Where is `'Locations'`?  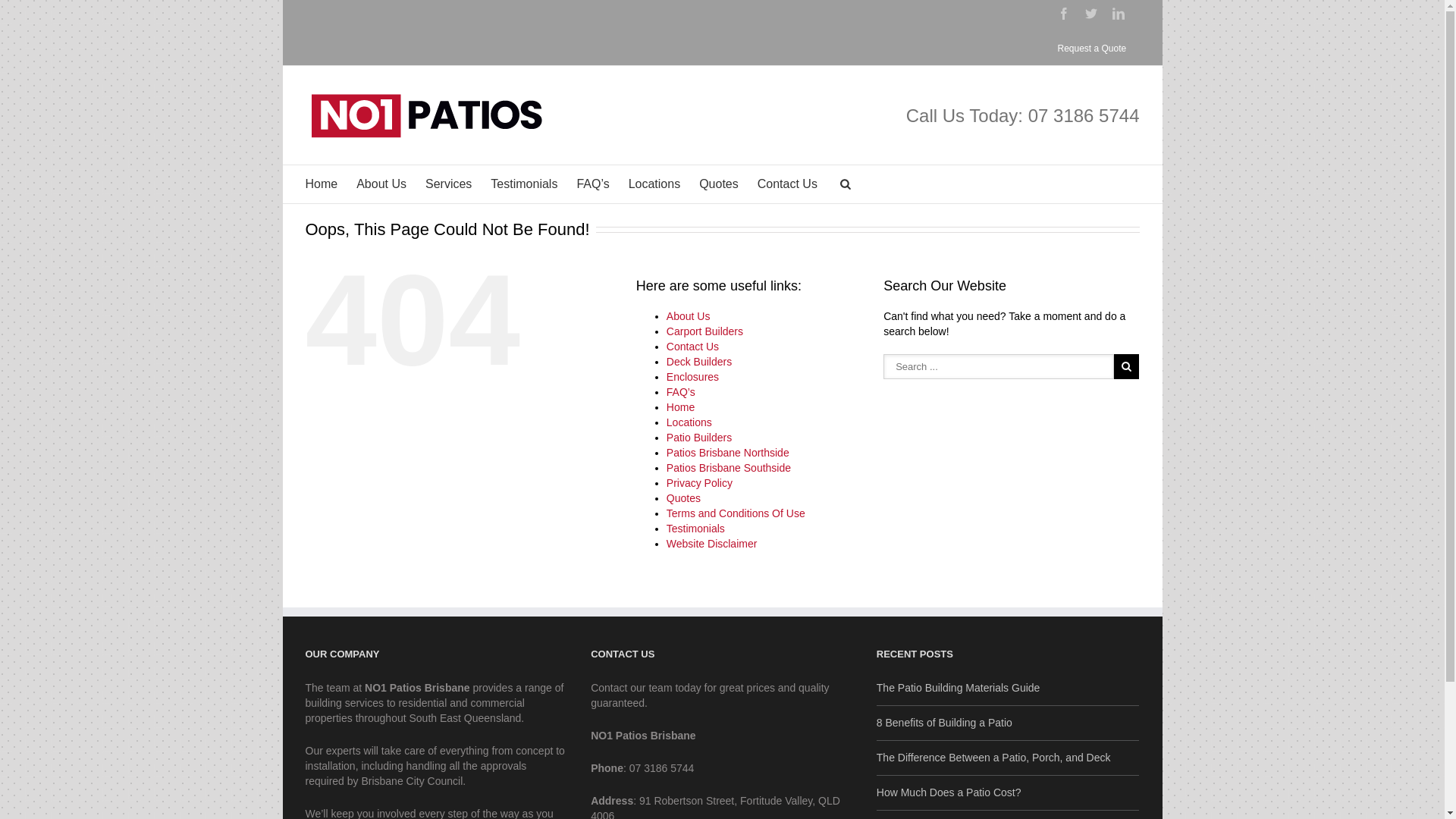 'Locations' is located at coordinates (688, 422).